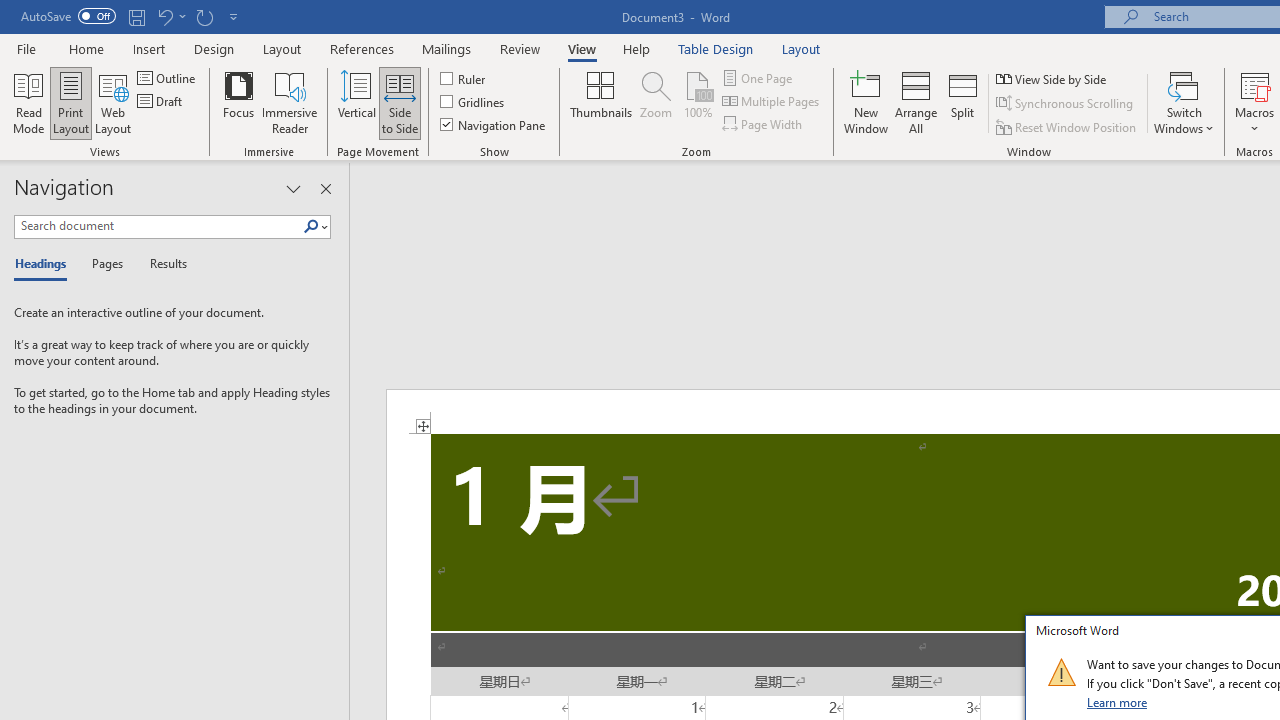  What do you see at coordinates (357, 103) in the screenshot?
I see `'Vertical'` at bounding box center [357, 103].